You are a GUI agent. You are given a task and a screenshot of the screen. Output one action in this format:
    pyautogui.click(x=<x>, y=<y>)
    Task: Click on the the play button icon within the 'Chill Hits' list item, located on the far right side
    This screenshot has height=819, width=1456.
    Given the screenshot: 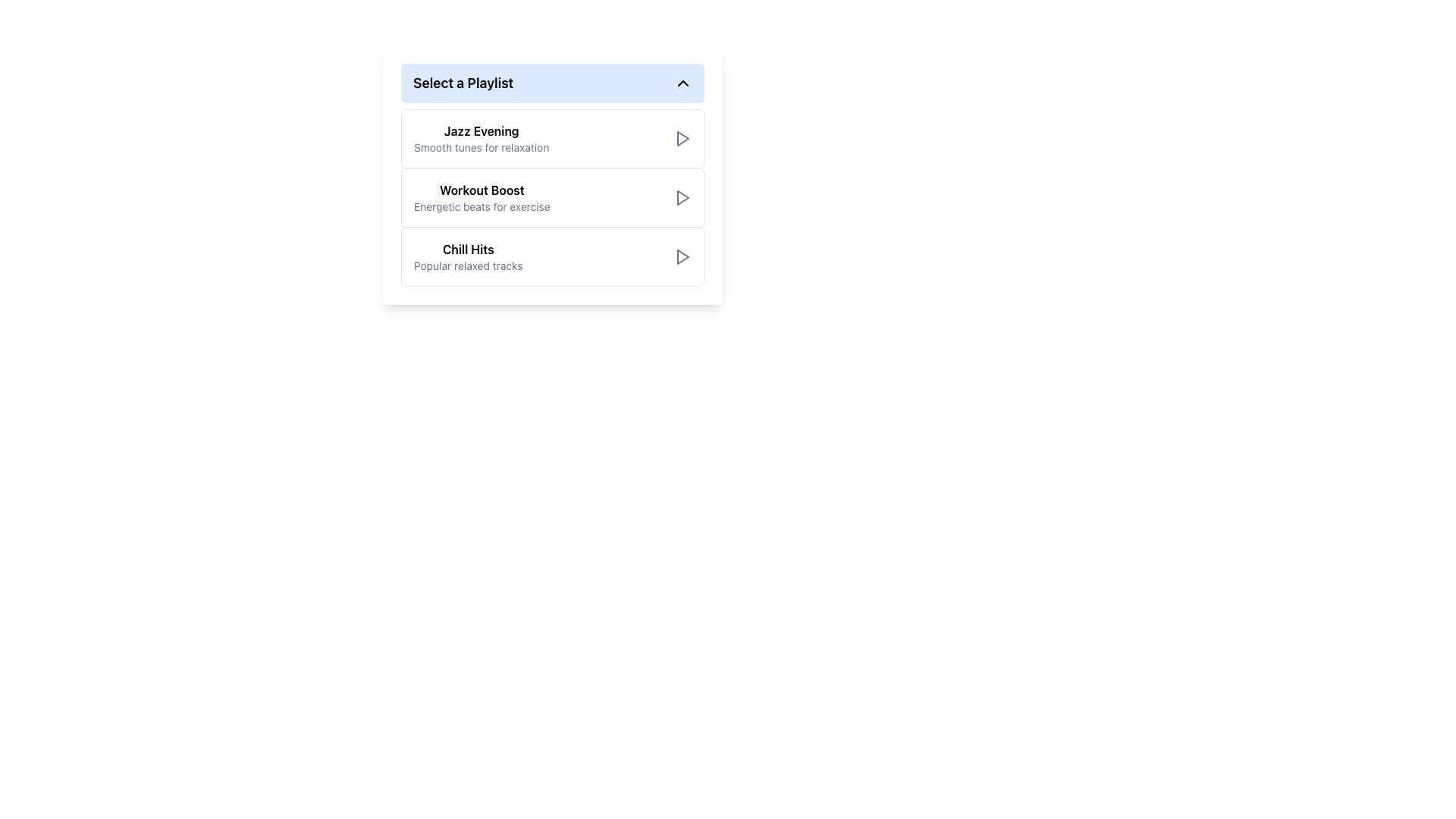 What is the action you would take?
    pyautogui.click(x=682, y=256)
    